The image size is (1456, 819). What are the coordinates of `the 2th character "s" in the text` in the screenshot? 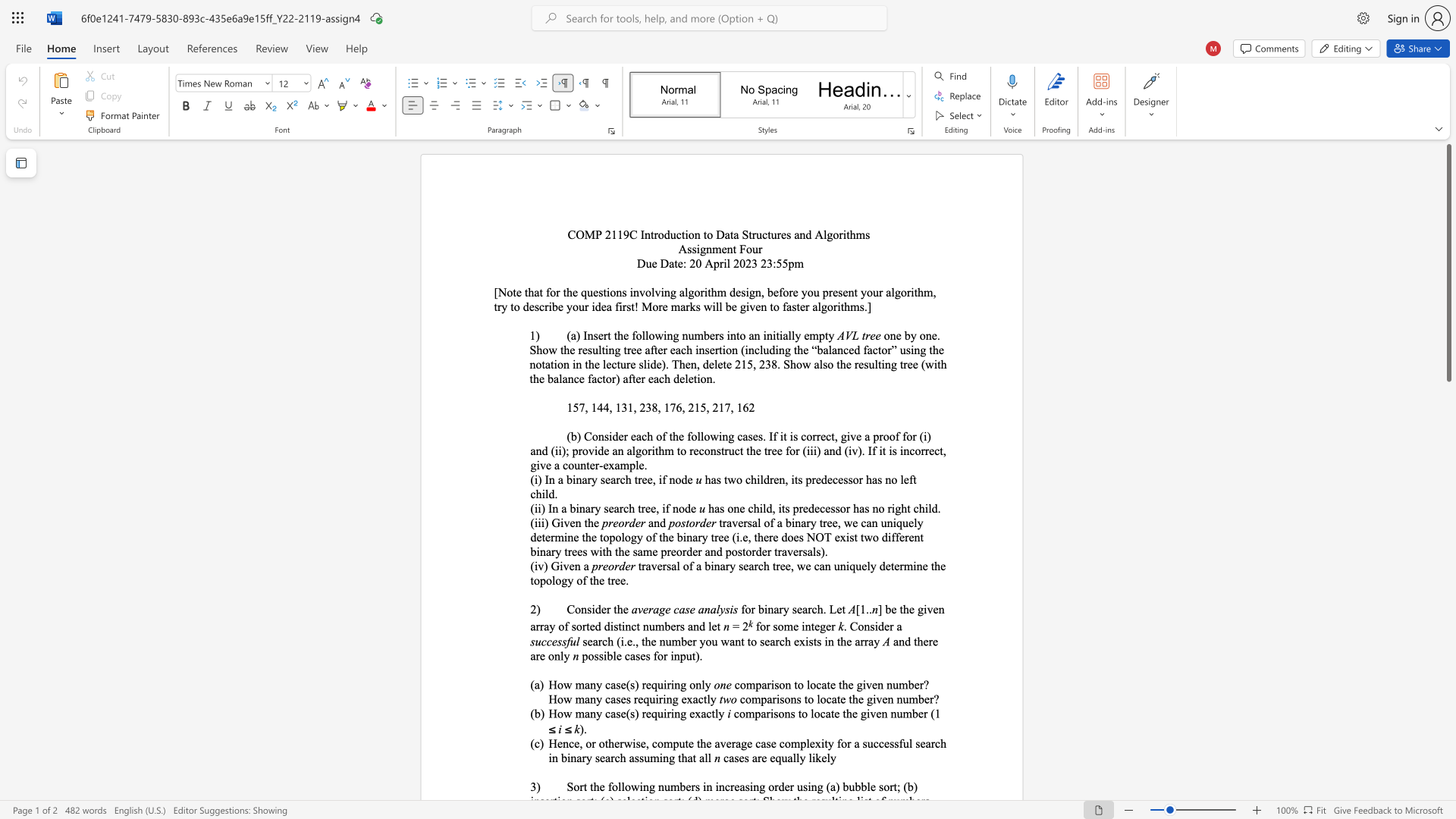 It's located at (726, 608).